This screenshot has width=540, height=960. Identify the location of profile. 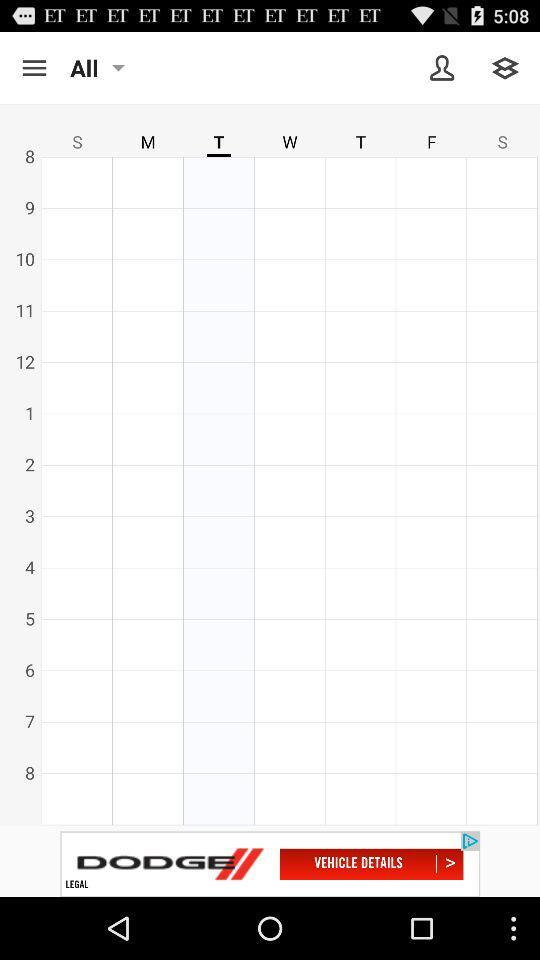
(442, 68).